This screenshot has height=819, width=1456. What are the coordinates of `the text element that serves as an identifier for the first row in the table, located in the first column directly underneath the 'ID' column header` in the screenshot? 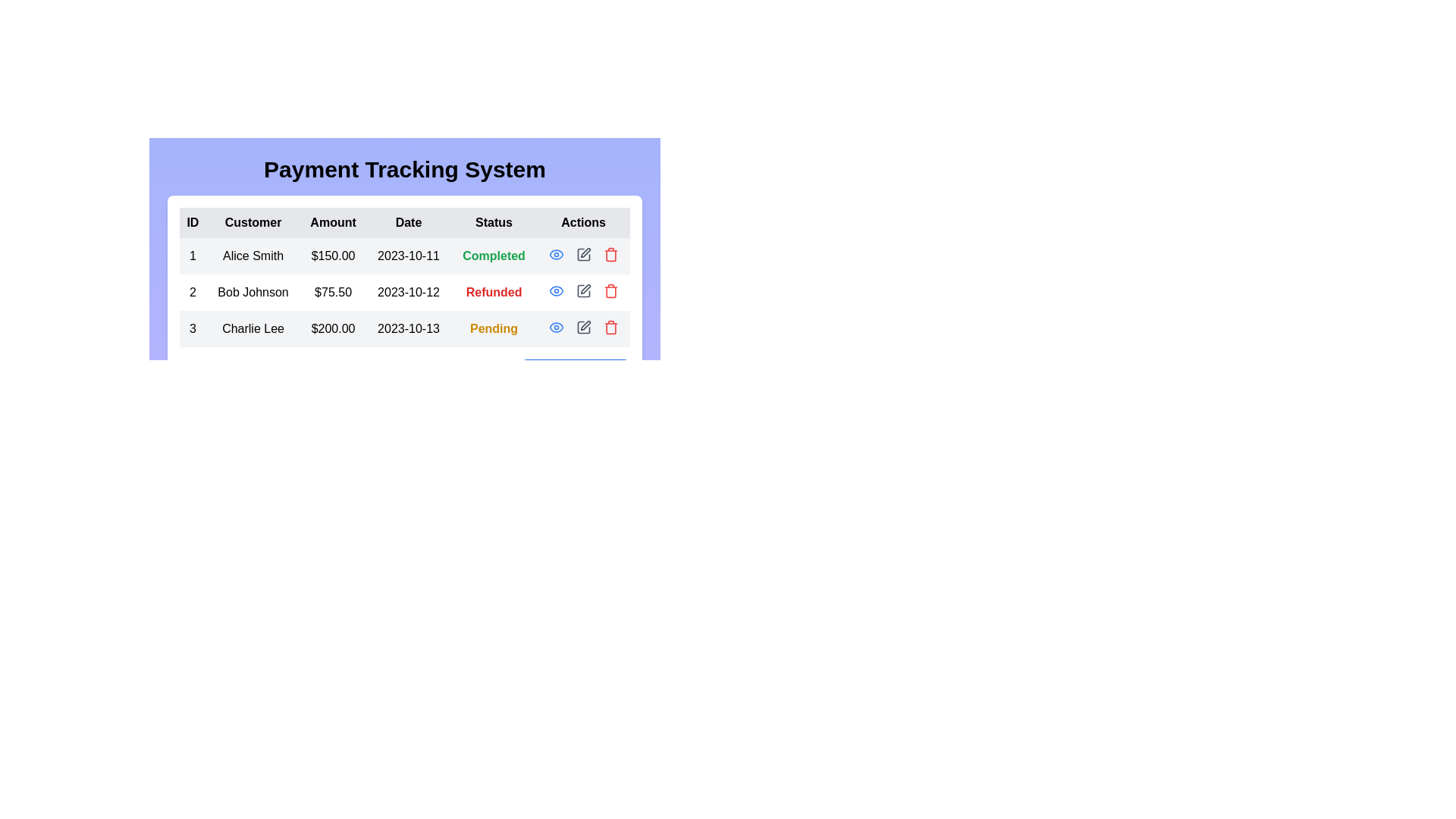 It's located at (192, 256).